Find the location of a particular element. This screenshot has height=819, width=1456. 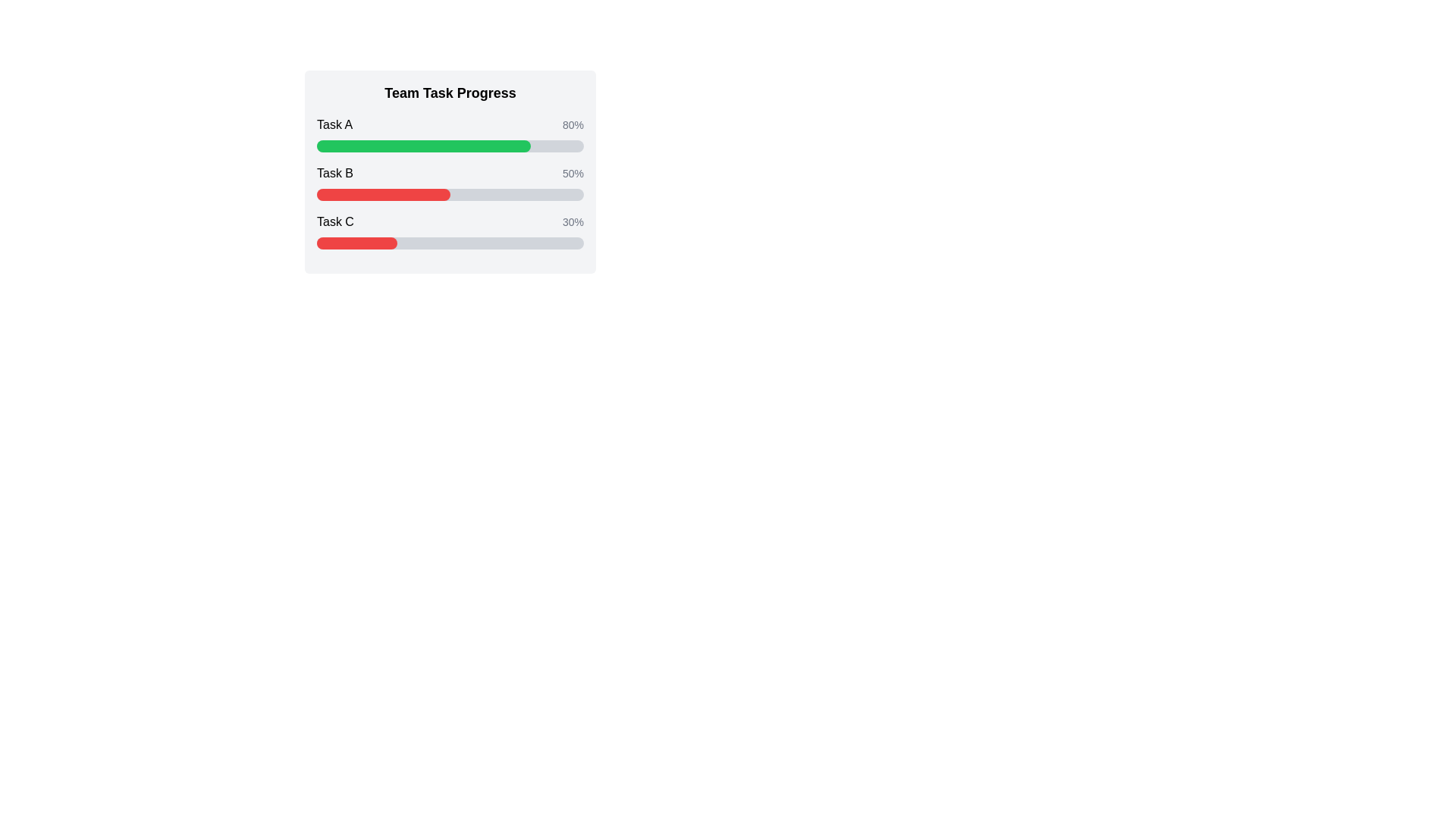

the progress bar for 'Task B' is located at coordinates (450, 181).